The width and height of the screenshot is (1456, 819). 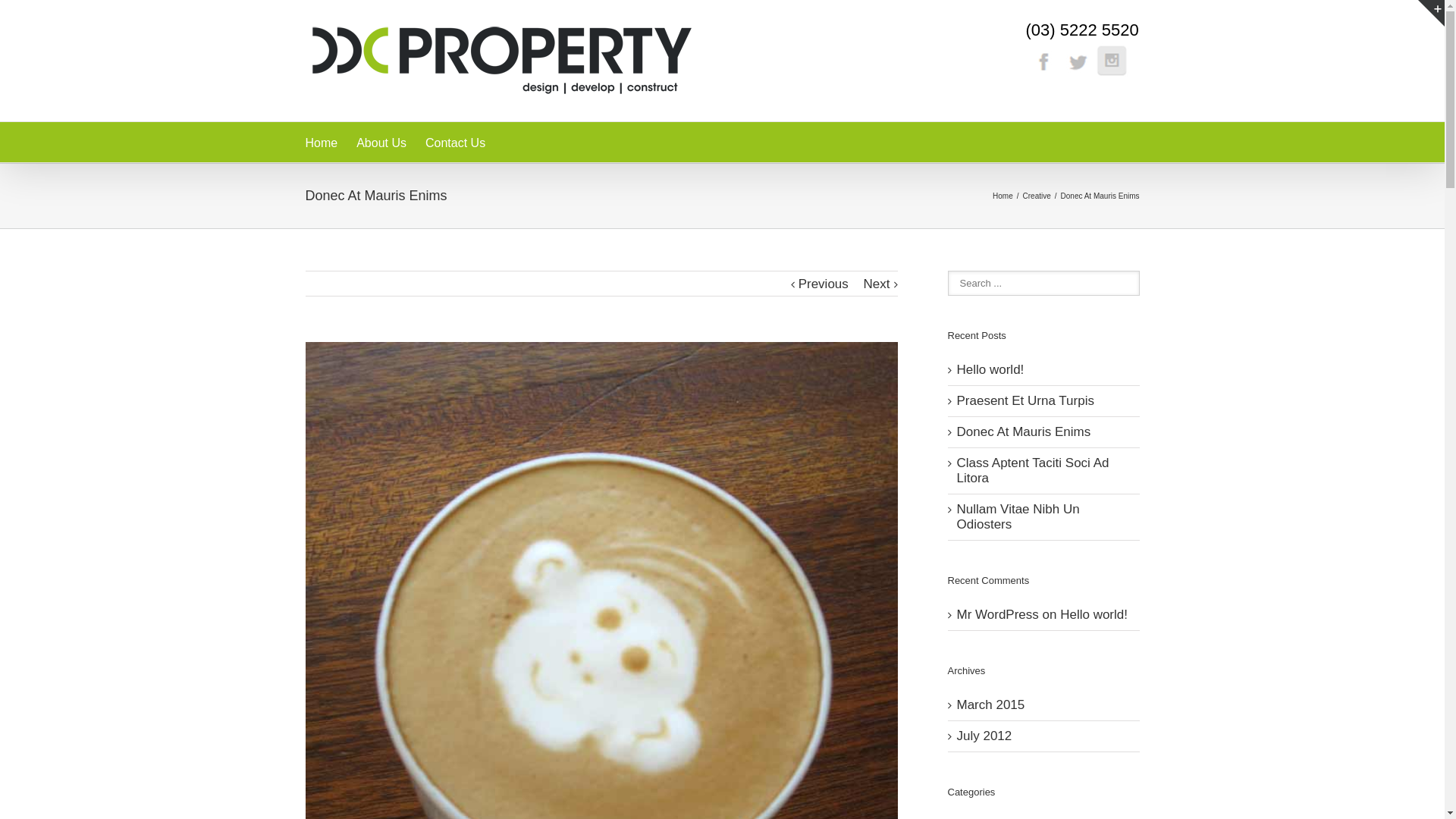 What do you see at coordinates (993, 194) in the screenshot?
I see `'Home'` at bounding box center [993, 194].